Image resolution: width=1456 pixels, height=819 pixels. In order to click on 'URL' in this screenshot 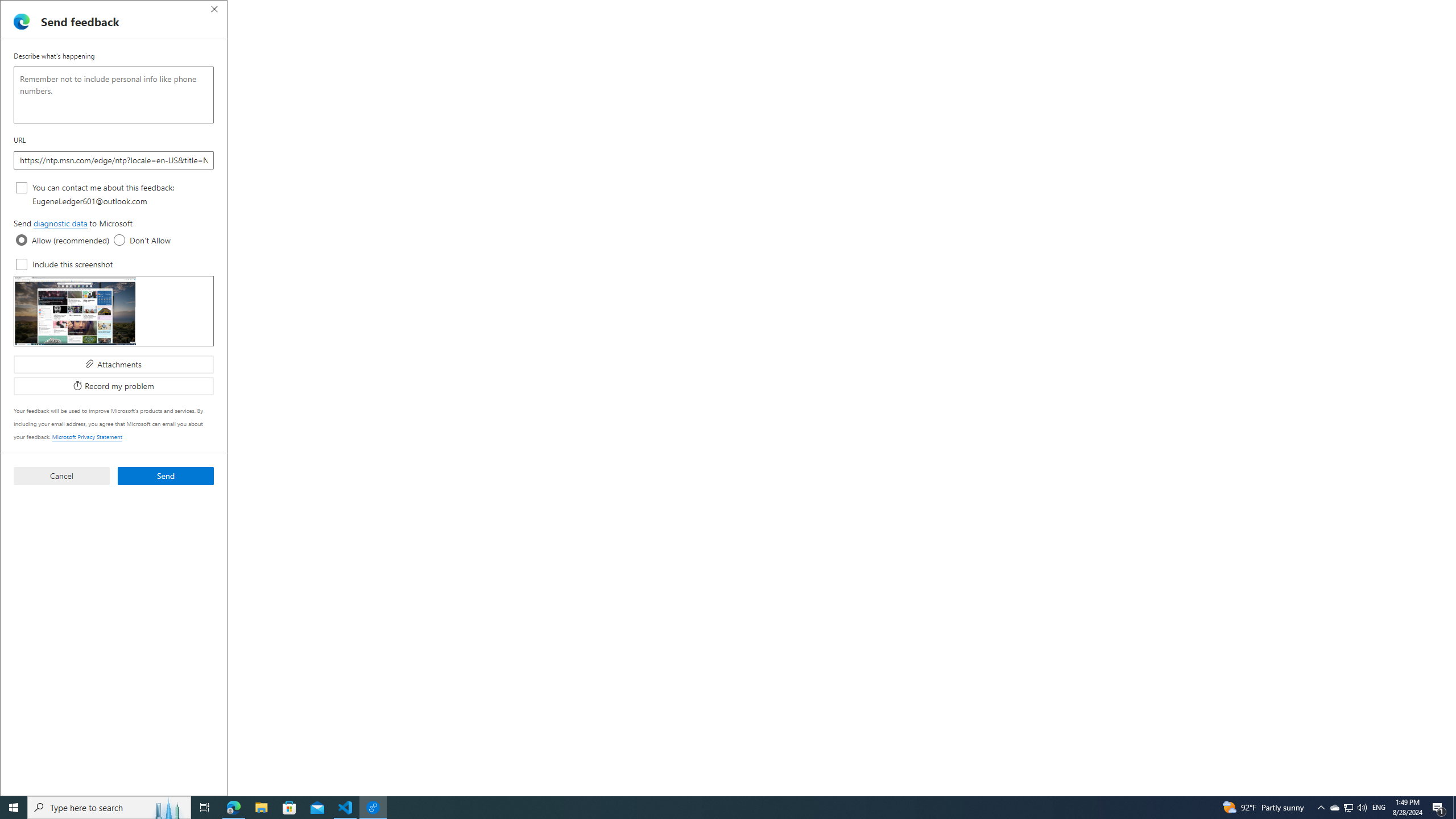, I will do `click(113, 159)`.